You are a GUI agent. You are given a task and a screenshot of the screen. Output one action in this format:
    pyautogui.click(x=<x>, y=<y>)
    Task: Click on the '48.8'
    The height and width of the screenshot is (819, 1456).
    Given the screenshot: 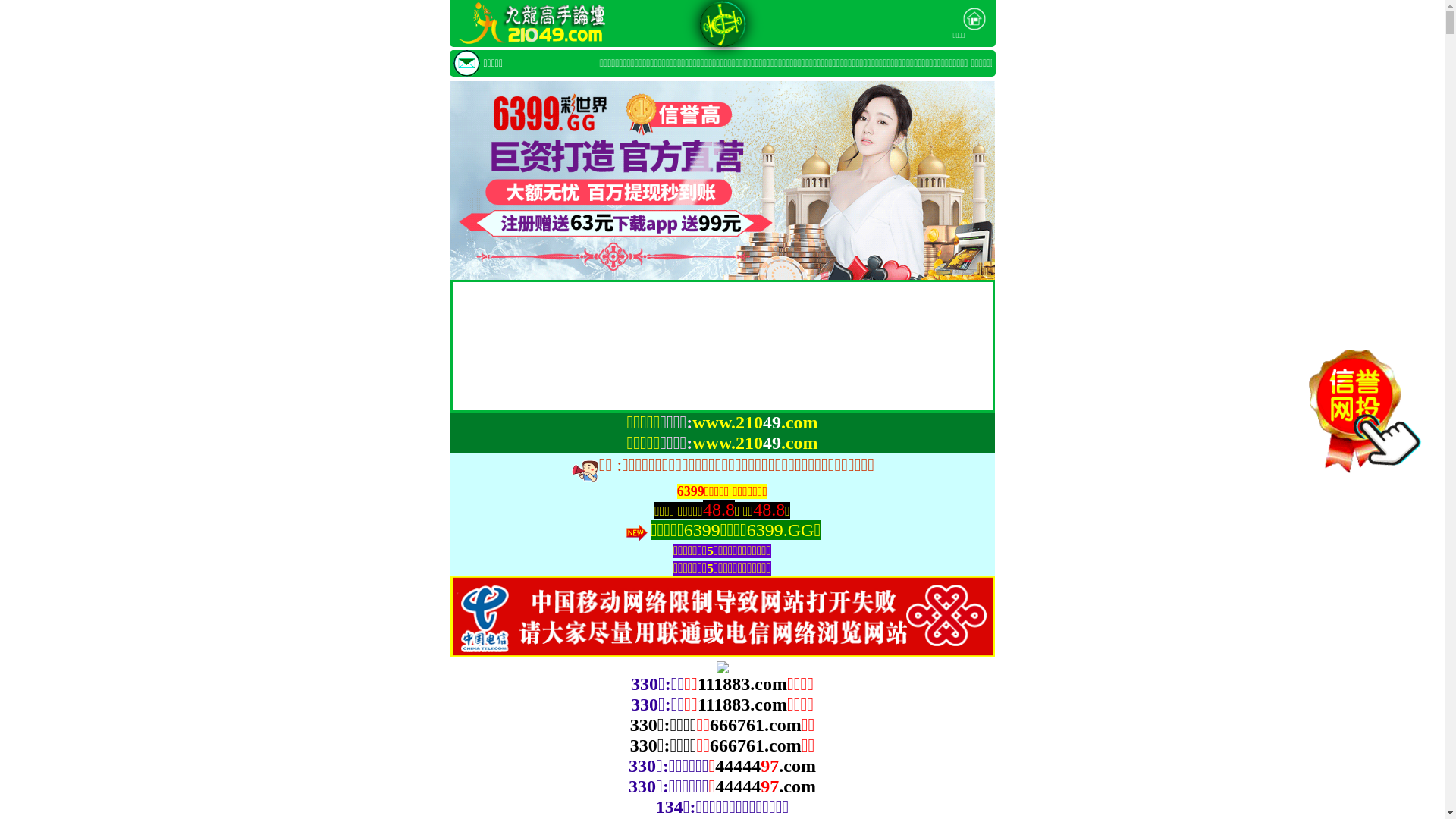 What is the action you would take?
    pyautogui.click(x=768, y=510)
    